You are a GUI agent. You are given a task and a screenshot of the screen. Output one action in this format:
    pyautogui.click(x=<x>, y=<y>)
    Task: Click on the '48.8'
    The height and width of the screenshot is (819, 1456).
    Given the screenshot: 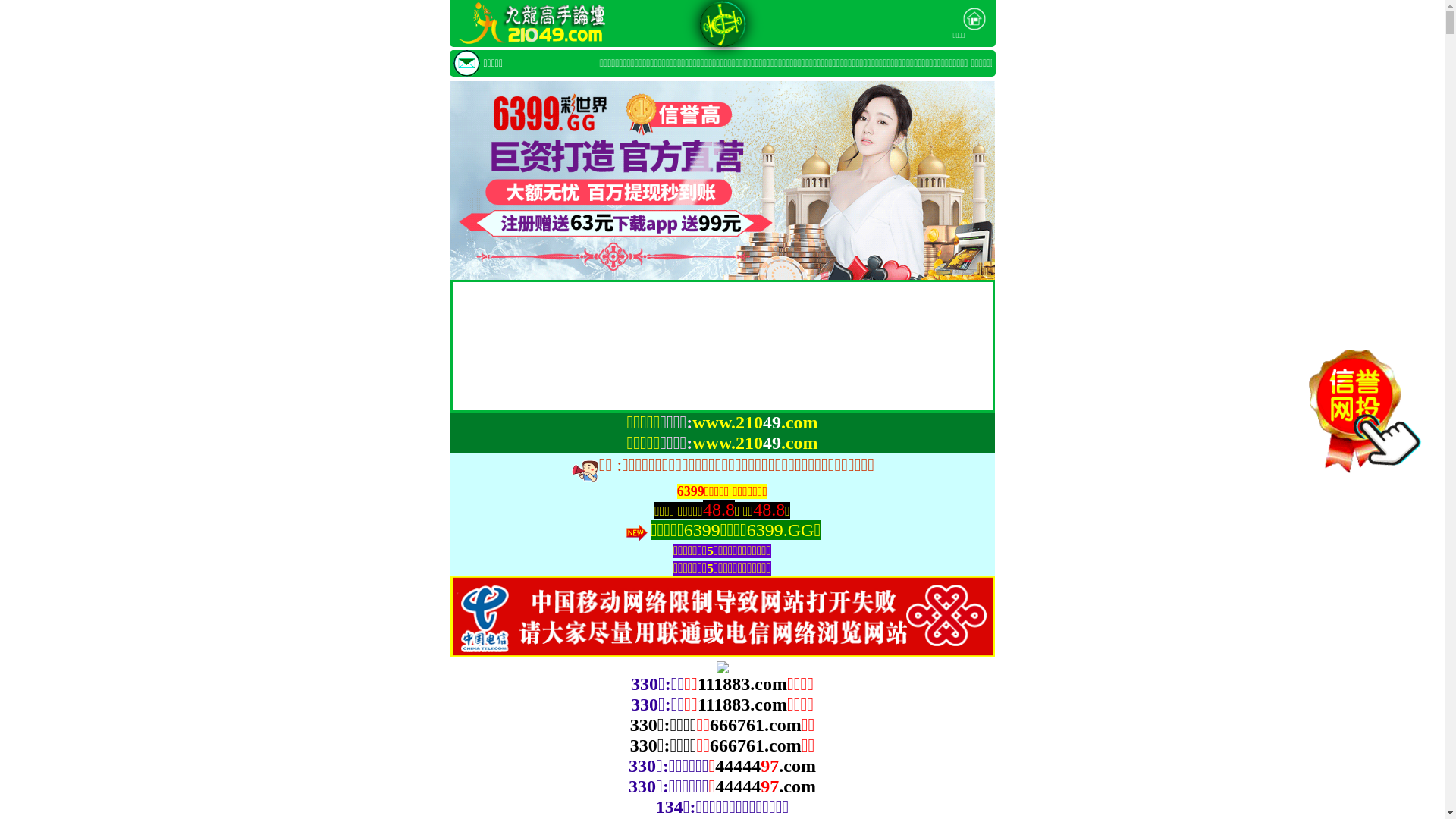 What is the action you would take?
    pyautogui.click(x=768, y=510)
    